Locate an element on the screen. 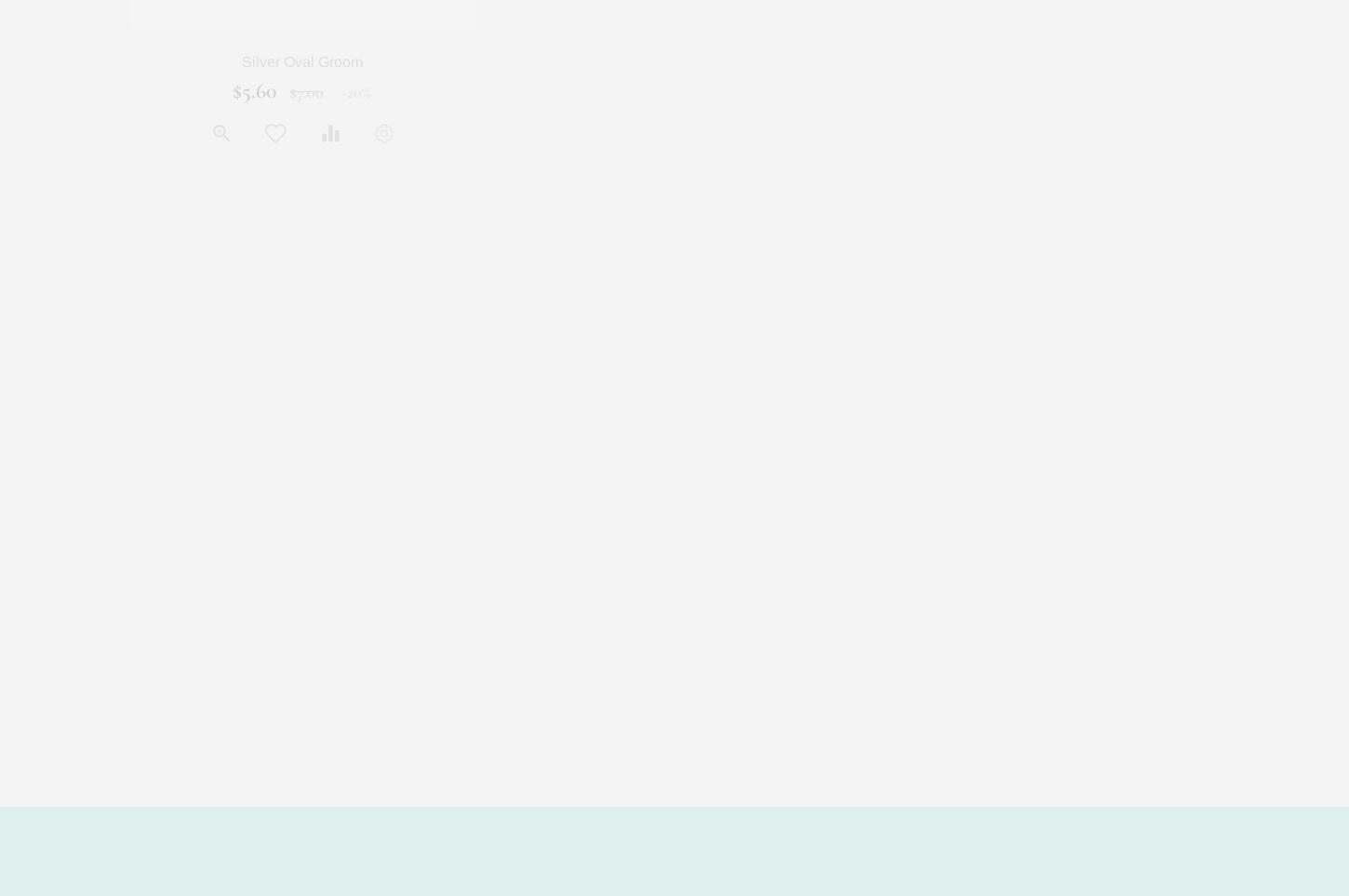 This screenshot has height=896, width=1349. '$500.00' is located at coordinates (1060, 90).